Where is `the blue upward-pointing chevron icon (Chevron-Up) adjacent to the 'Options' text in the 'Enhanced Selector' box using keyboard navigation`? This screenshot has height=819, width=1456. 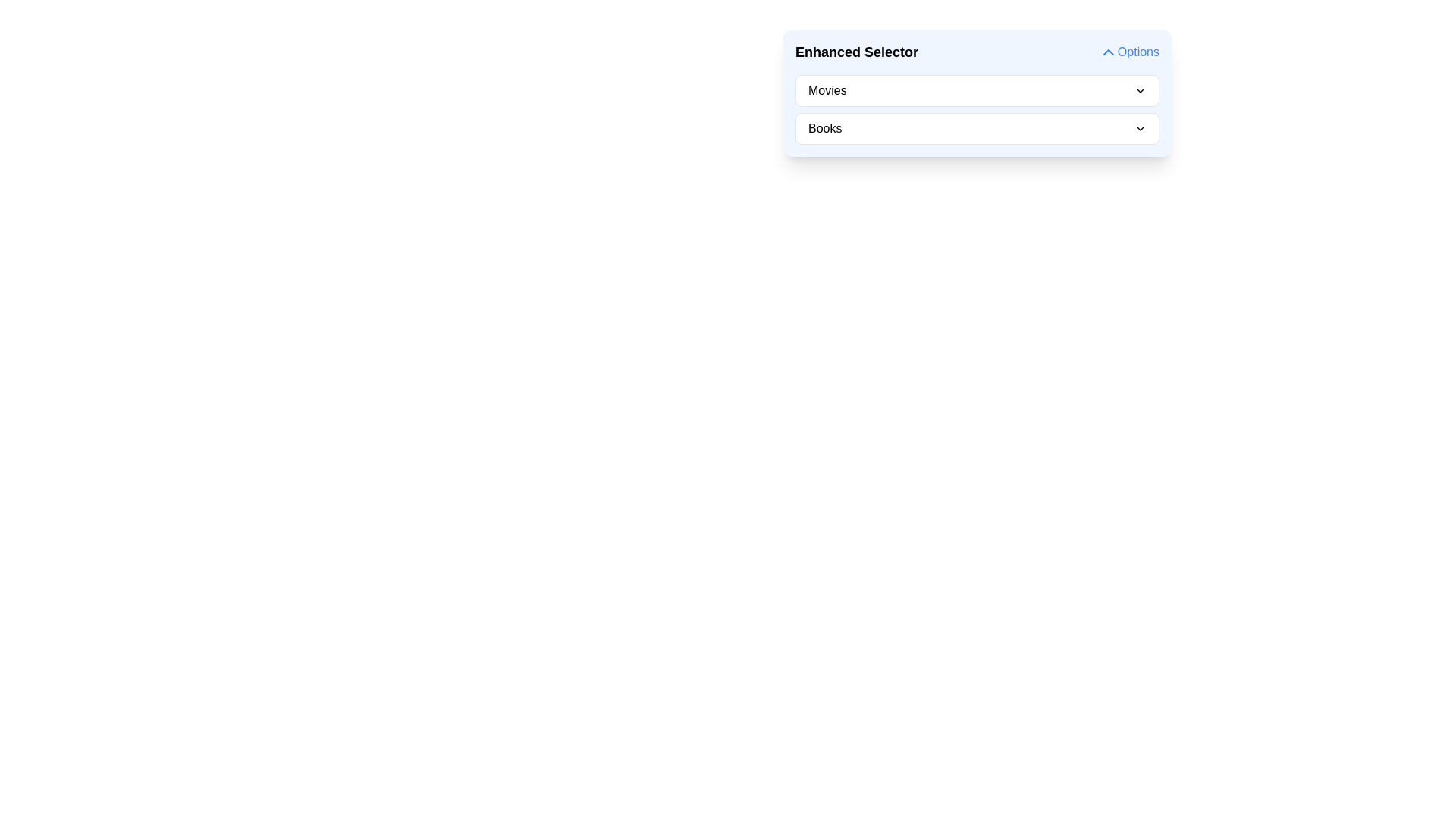 the blue upward-pointing chevron icon (Chevron-Up) adjacent to the 'Options' text in the 'Enhanced Selector' box using keyboard navigation is located at coordinates (1108, 52).